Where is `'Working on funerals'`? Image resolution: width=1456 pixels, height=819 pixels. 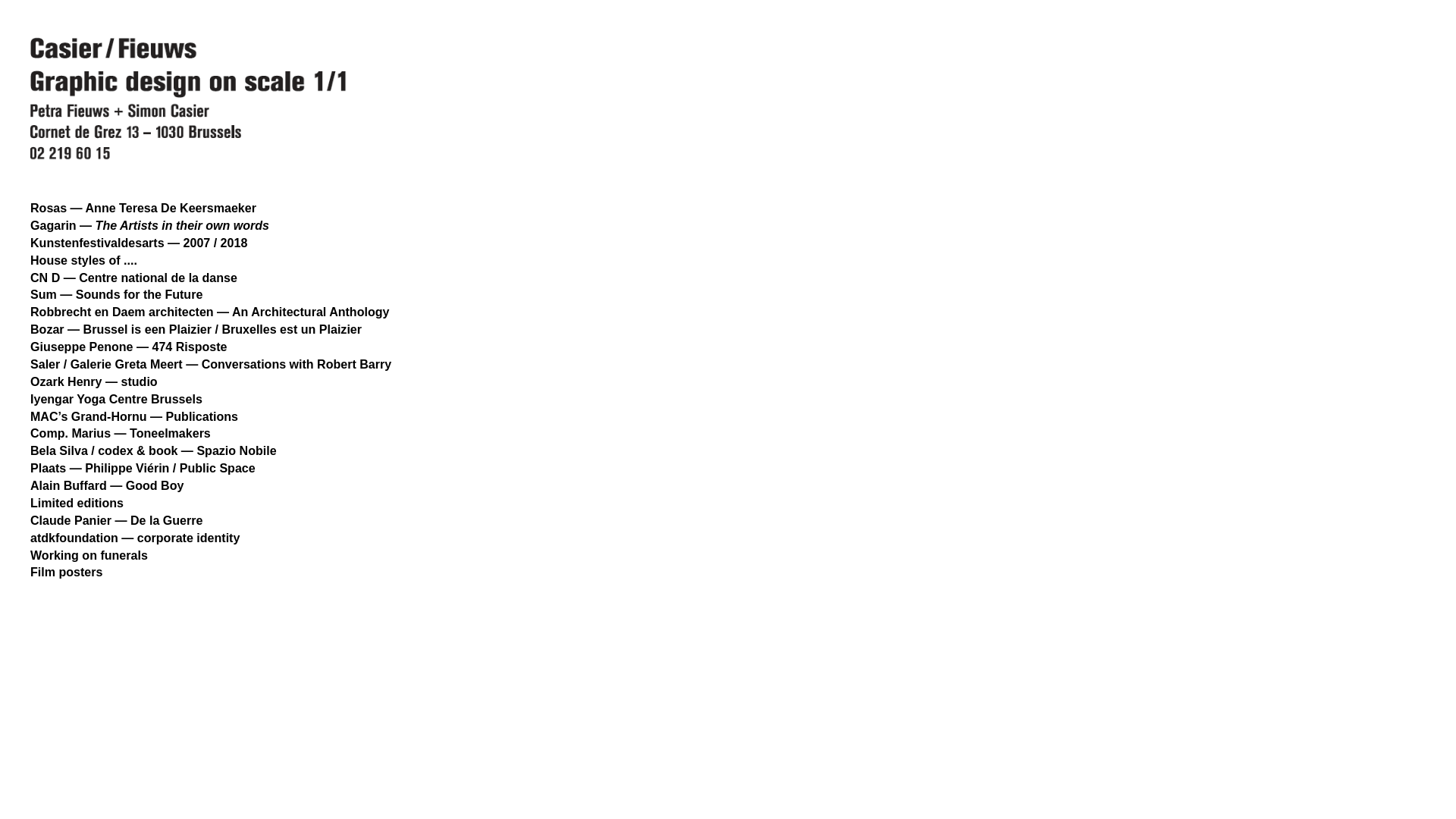
'Working on funerals' is located at coordinates (88, 554).